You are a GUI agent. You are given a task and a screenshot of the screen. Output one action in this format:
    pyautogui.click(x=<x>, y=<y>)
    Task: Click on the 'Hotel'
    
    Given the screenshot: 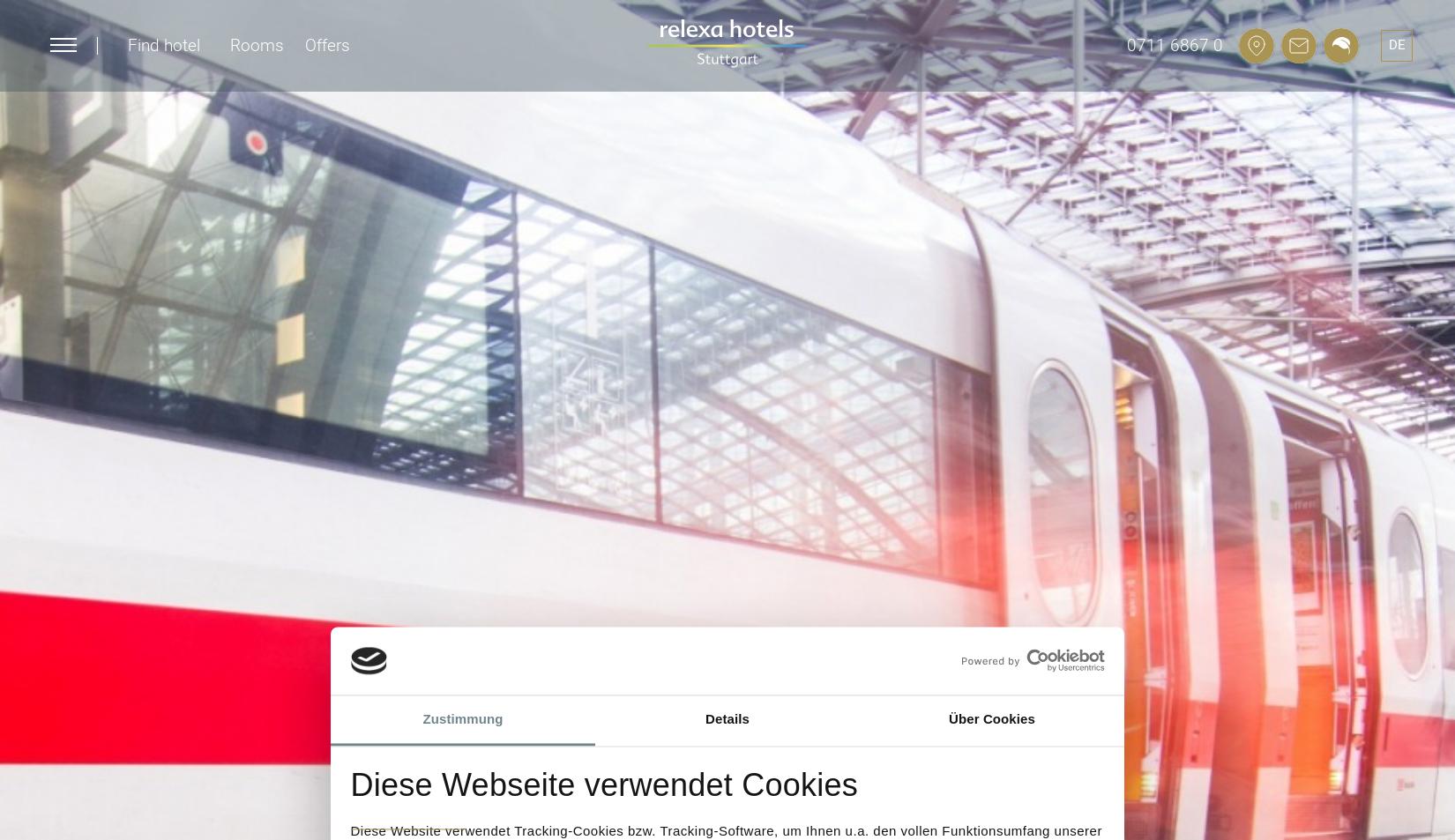 What is the action you would take?
    pyautogui.click(x=81, y=186)
    